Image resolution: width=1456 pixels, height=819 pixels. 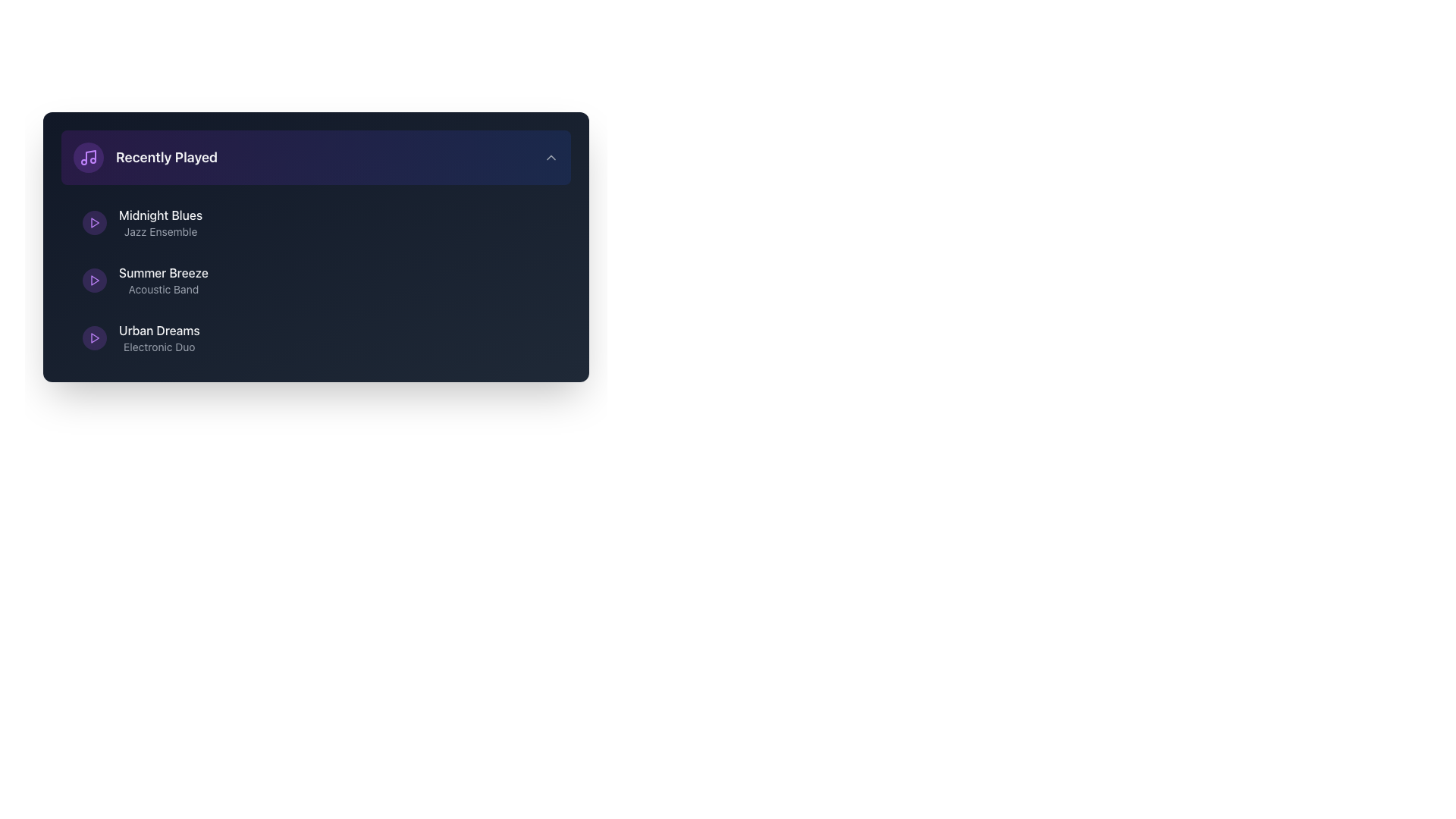 I want to click on the shuffle icon located within the circular button at the bottom-right of the 'Recently Played' section, so click(x=475, y=337).